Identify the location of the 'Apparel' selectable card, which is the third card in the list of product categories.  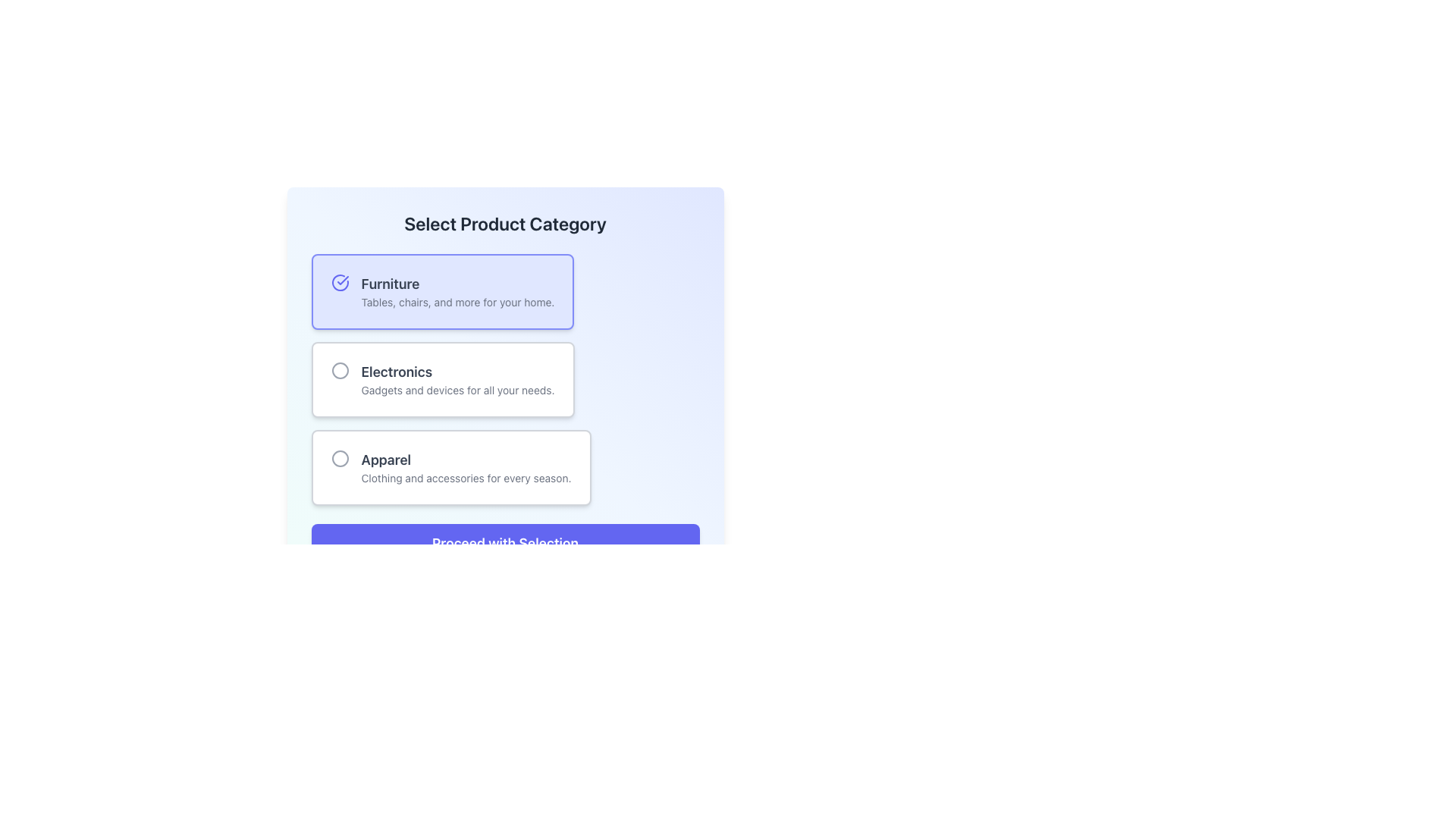
(465, 467).